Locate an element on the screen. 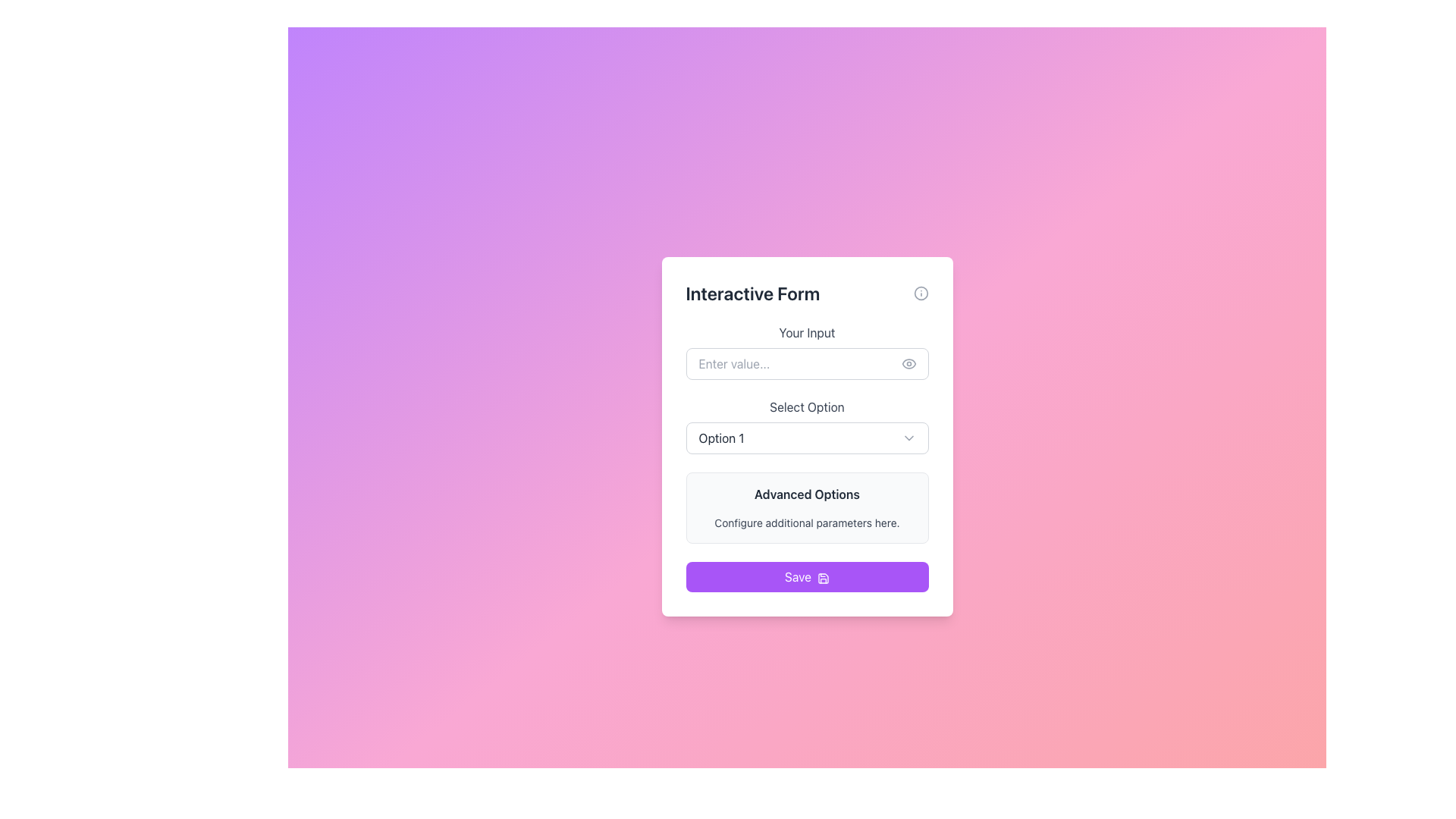  the dropdown menu located in the 'Interactive Form' card layout, positioned below 'Your Input' and above 'Advanced Options' is located at coordinates (806, 426).